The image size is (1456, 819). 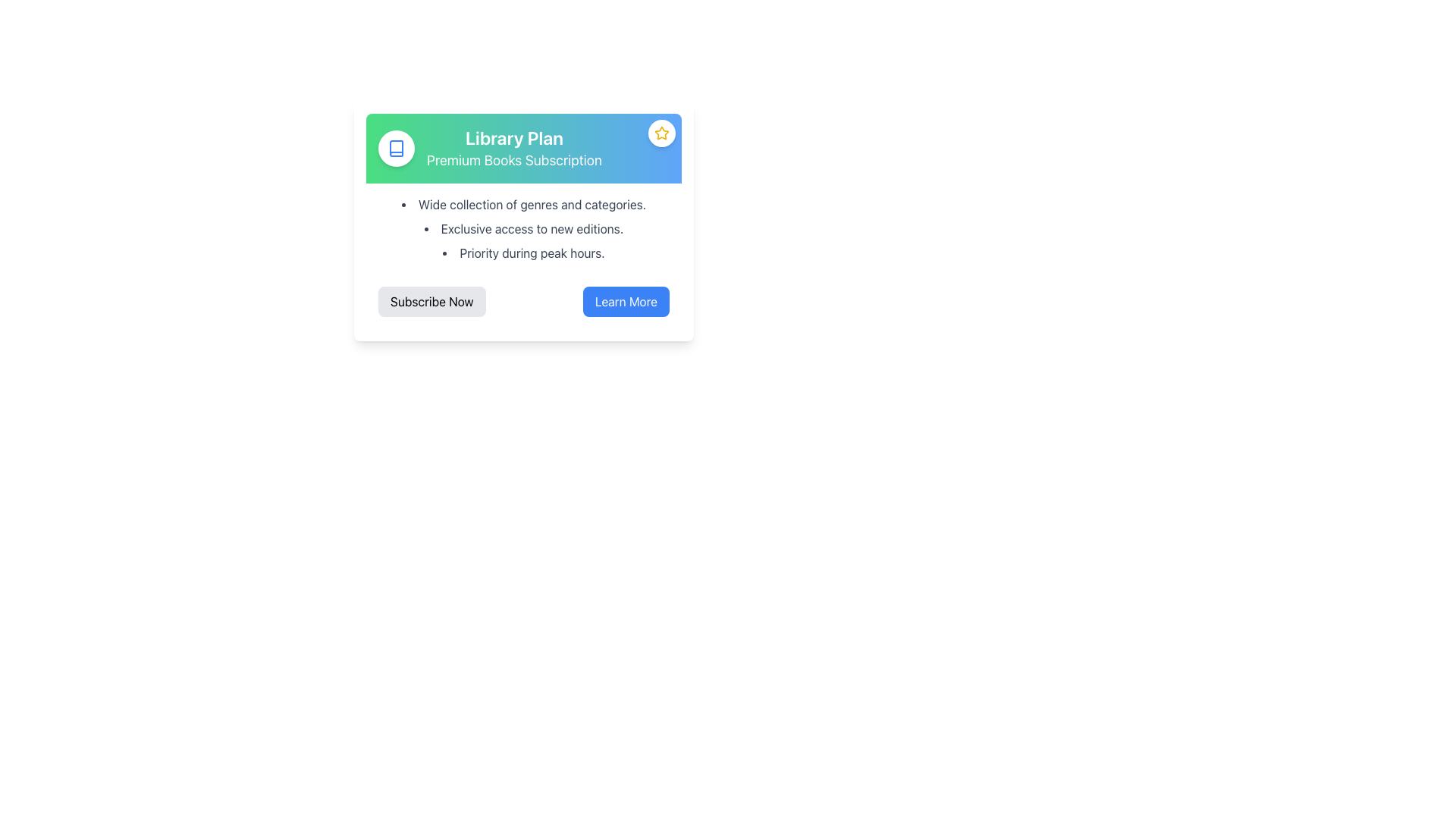 I want to click on the 'Learn More' button located to the right of the 'Subscribe Now' button in the lower-right portion of the card layout, so click(x=626, y=301).